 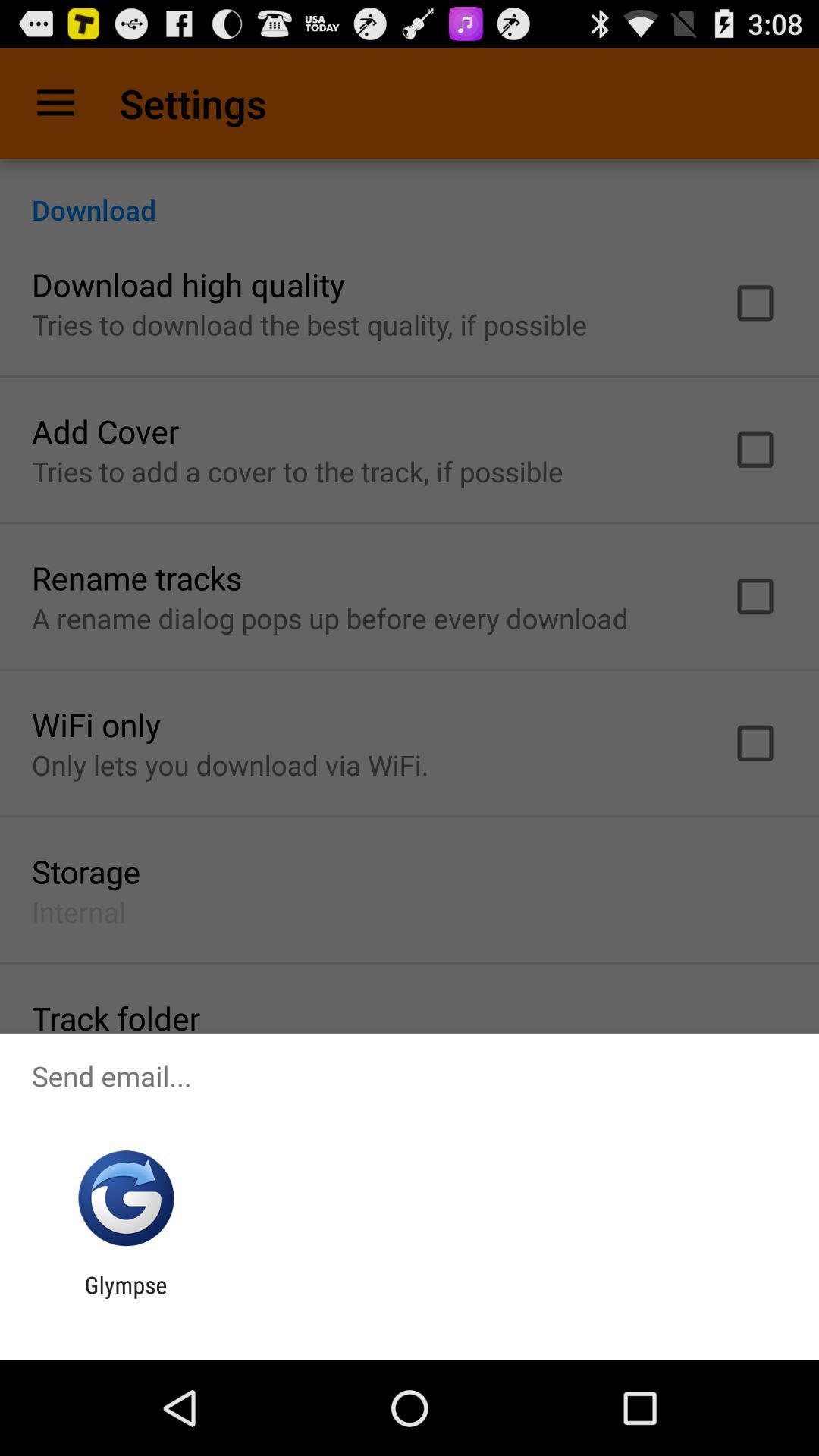 What do you see at coordinates (125, 1197) in the screenshot?
I see `app below send email...` at bounding box center [125, 1197].